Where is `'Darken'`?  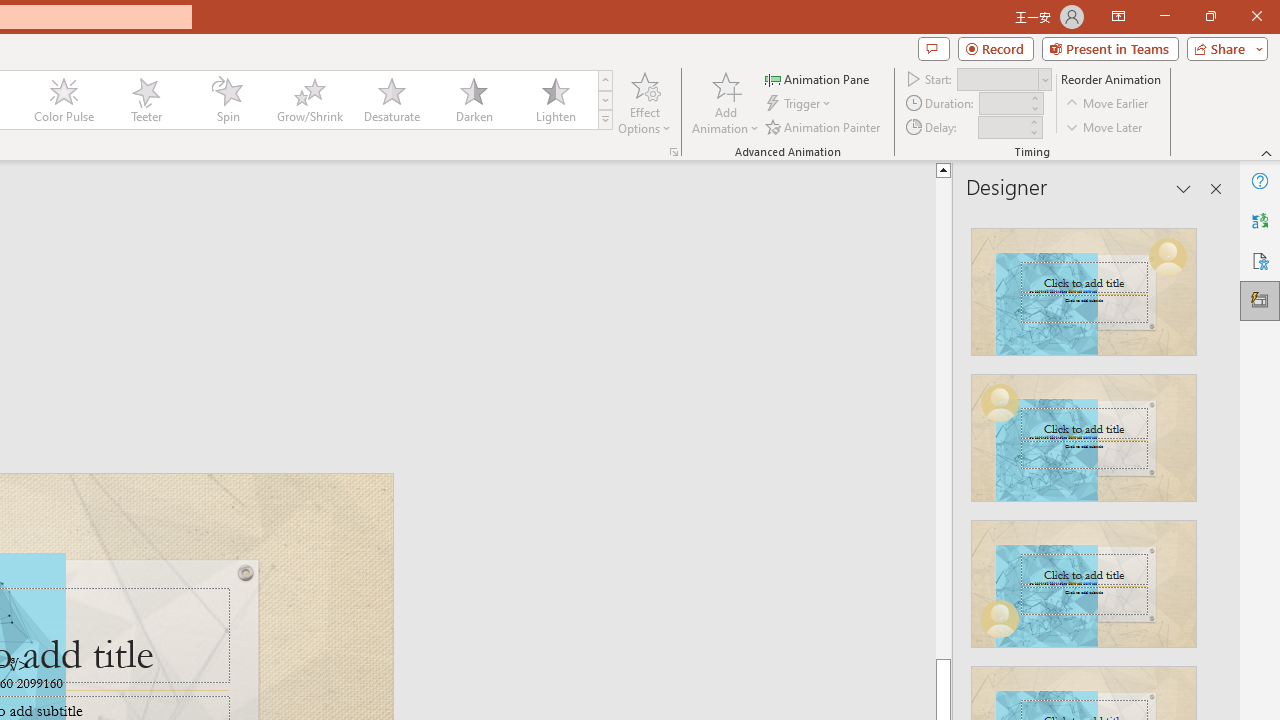
'Darken' is located at coordinates (472, 100).